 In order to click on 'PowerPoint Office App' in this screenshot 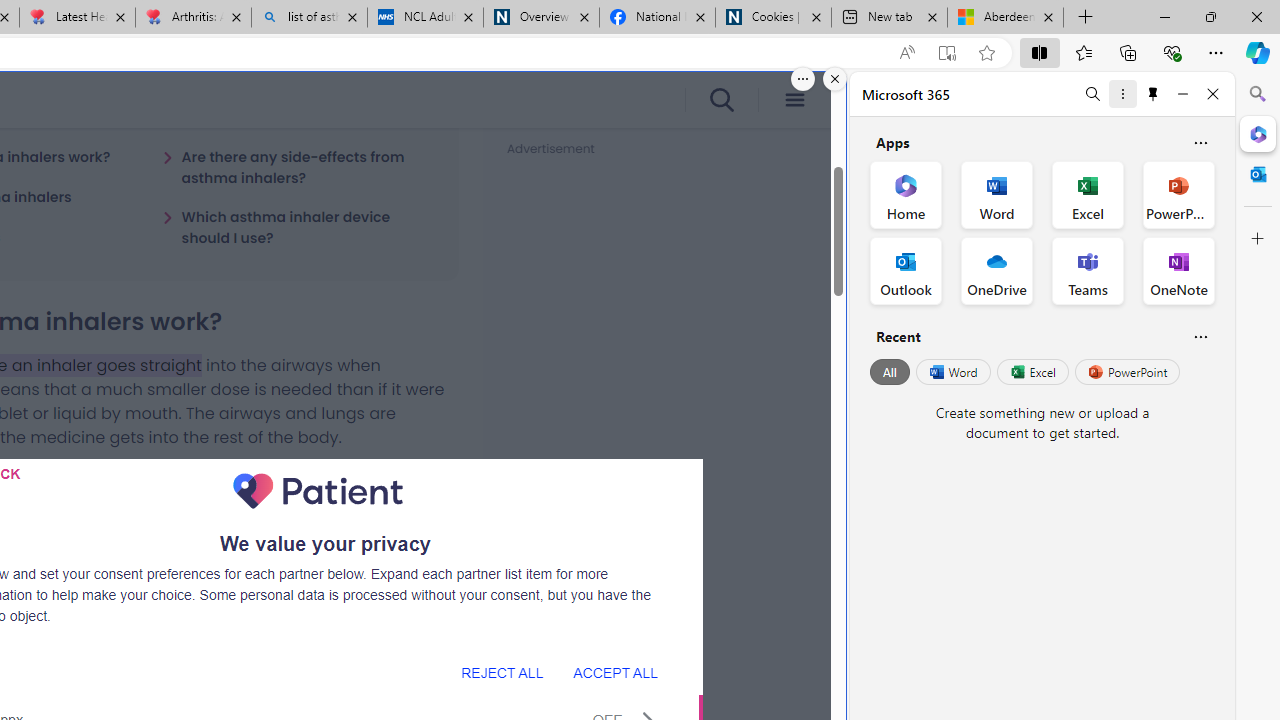, I will do `click(1178, 195)`.